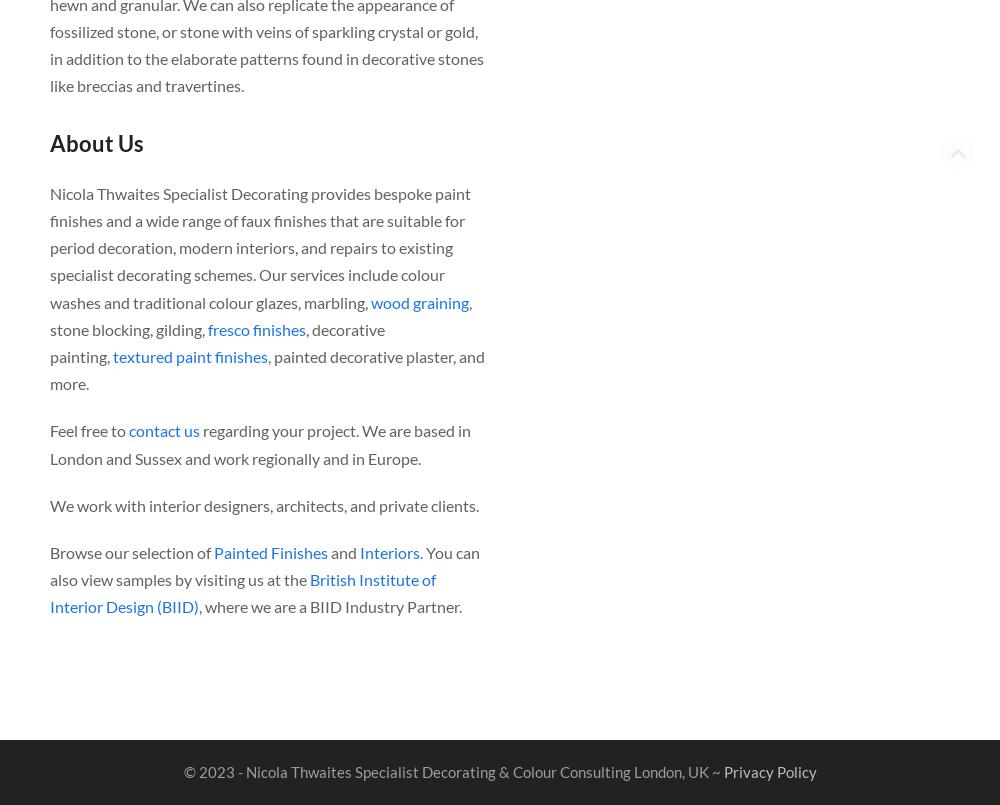 The image size is (1000, 805). Describe the element at coordinates (242, 592) in the screenshot. I see `'British Institute of Interior Design (BIID)'` at that location.